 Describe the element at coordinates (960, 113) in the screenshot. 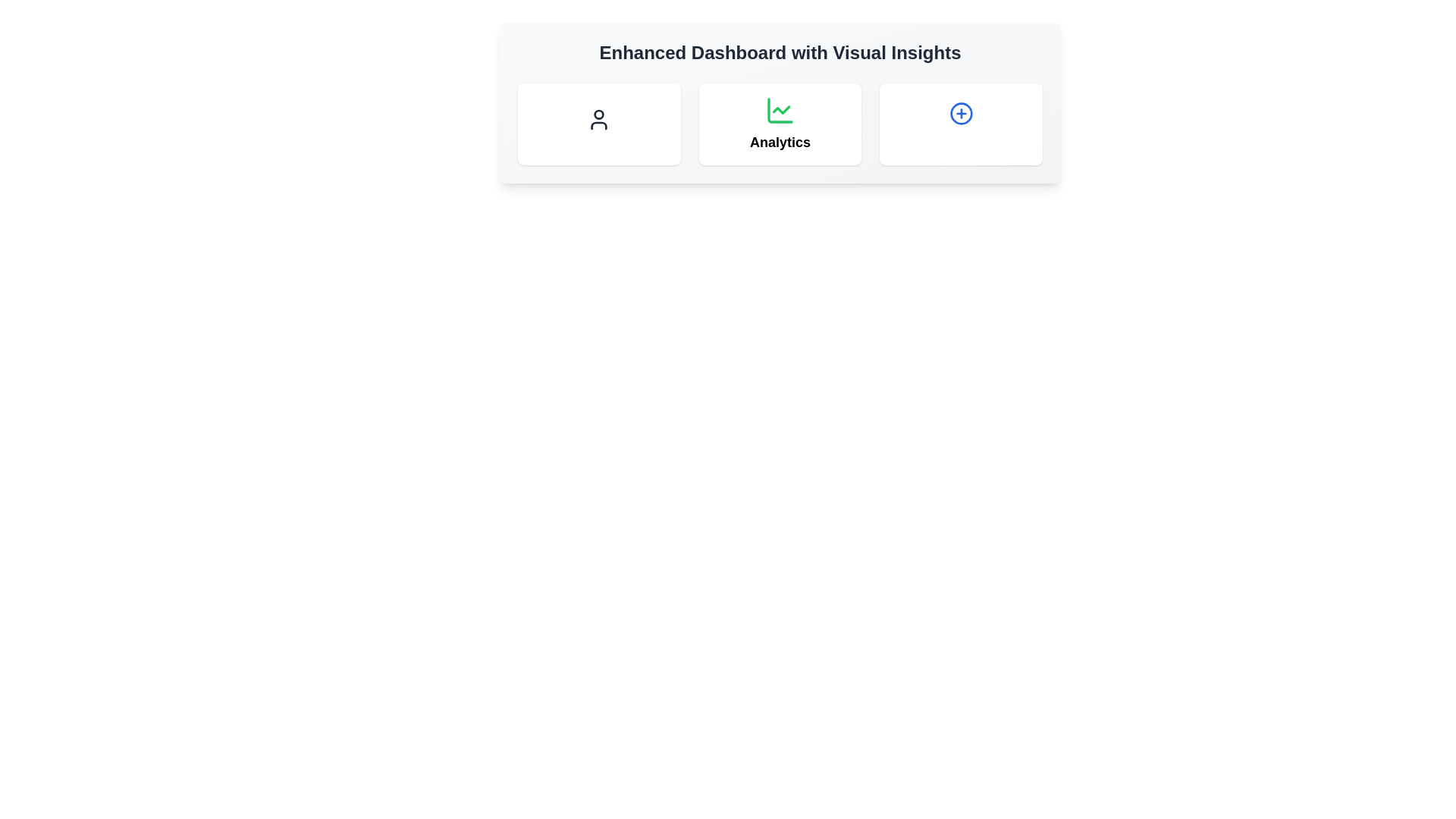

I see `the rightmost button with a centered blue circular icon containing a plus symbol` at that location.